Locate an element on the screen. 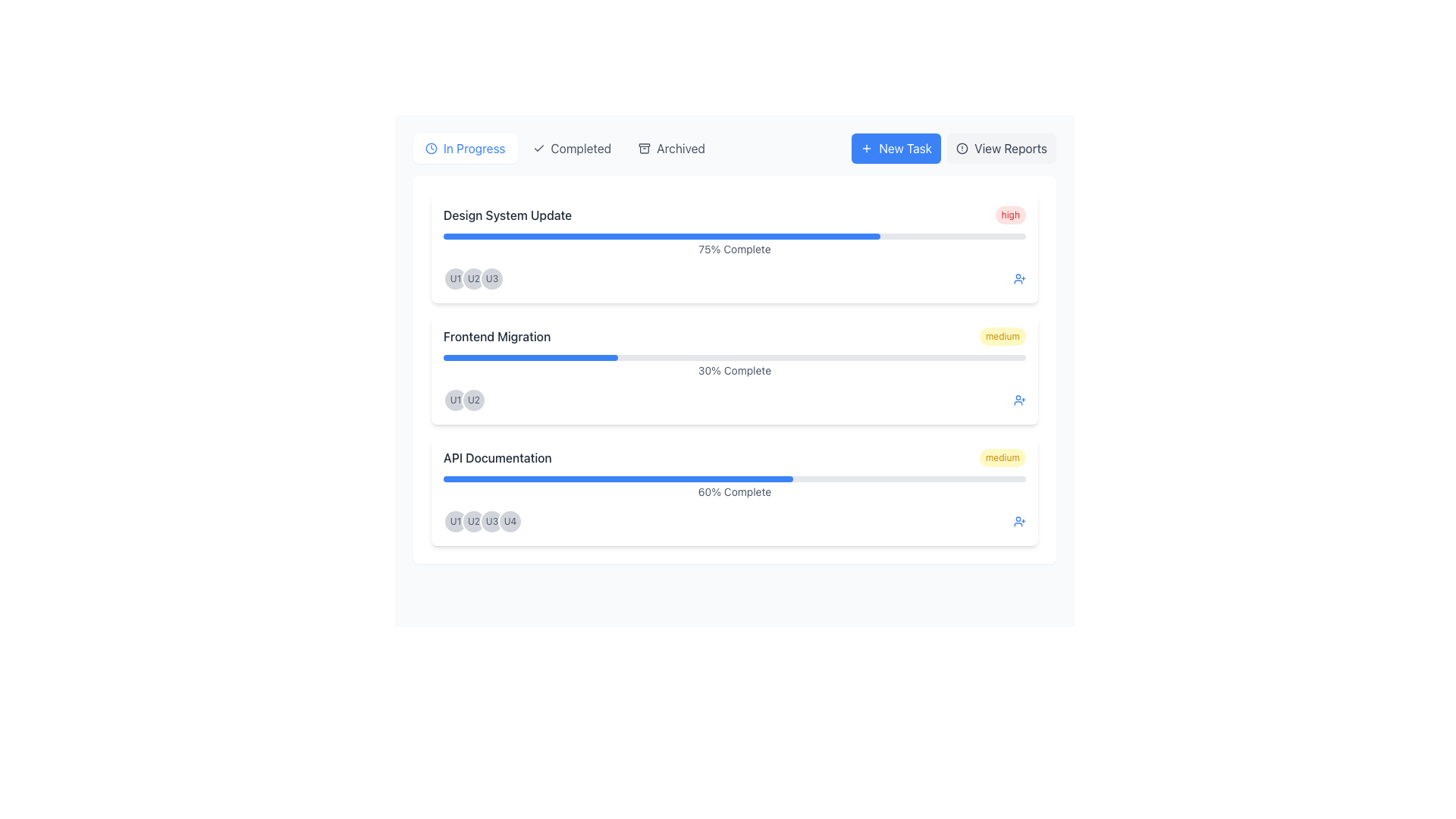 The width and height of the screenshot is (1456, 819). the circular avatar representing user 'U2' associated with the 'Design System Update' task, which is the central avatar in a row of three avatars labeled 'U1', 'U2', and 'U3' is located at coordinates (472, 278).